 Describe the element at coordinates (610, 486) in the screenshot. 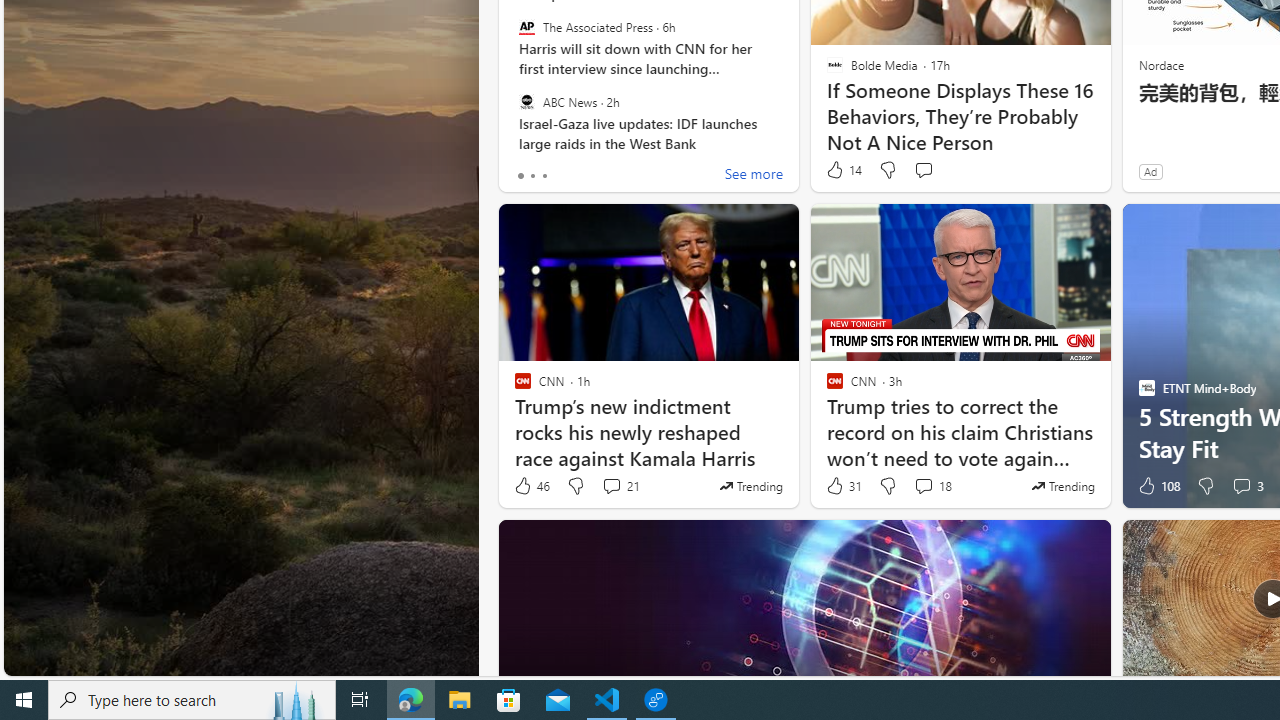

I see `'View comments 21 Comment'` at that location.